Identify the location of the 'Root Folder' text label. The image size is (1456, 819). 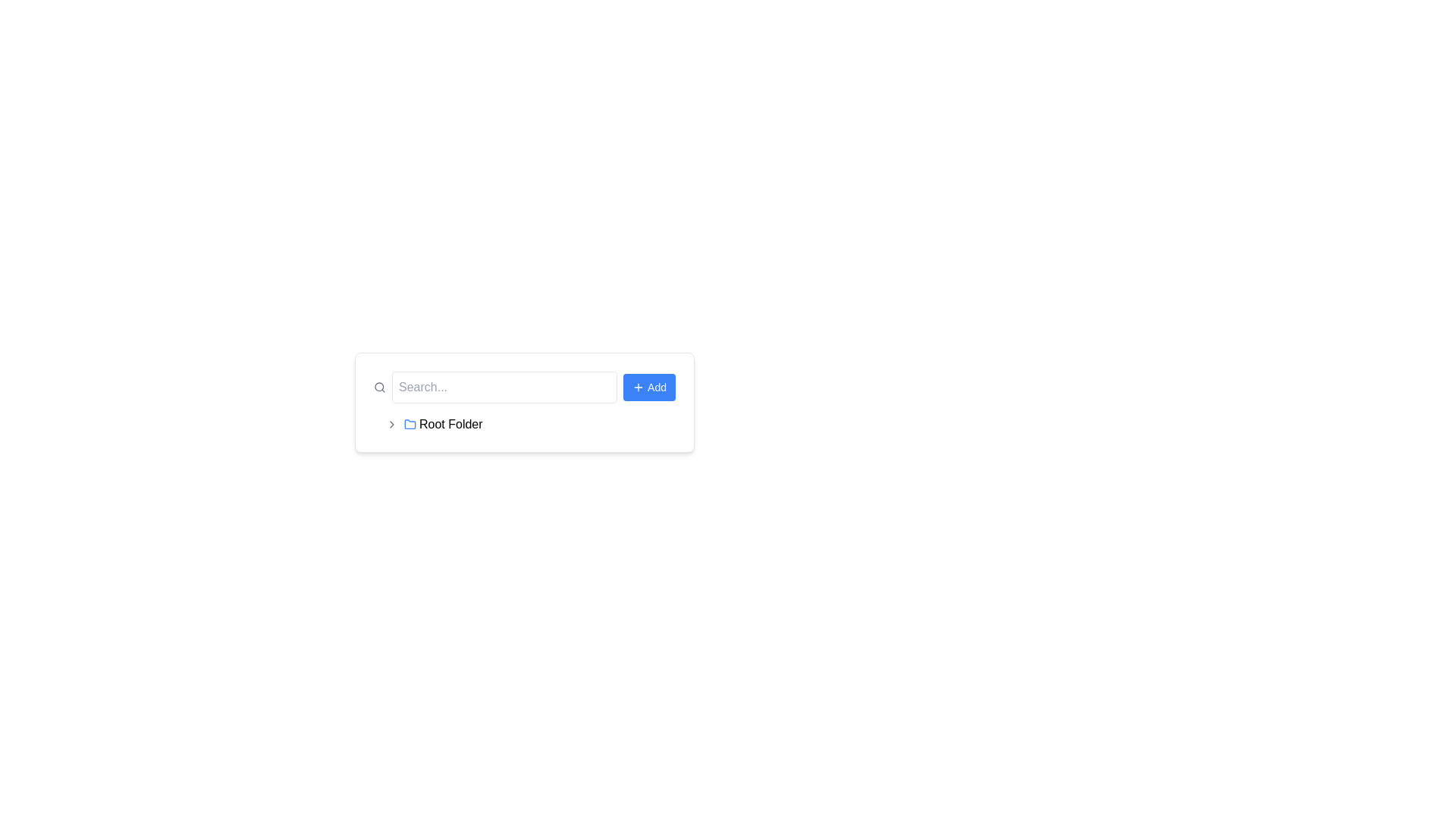
(450, 424).